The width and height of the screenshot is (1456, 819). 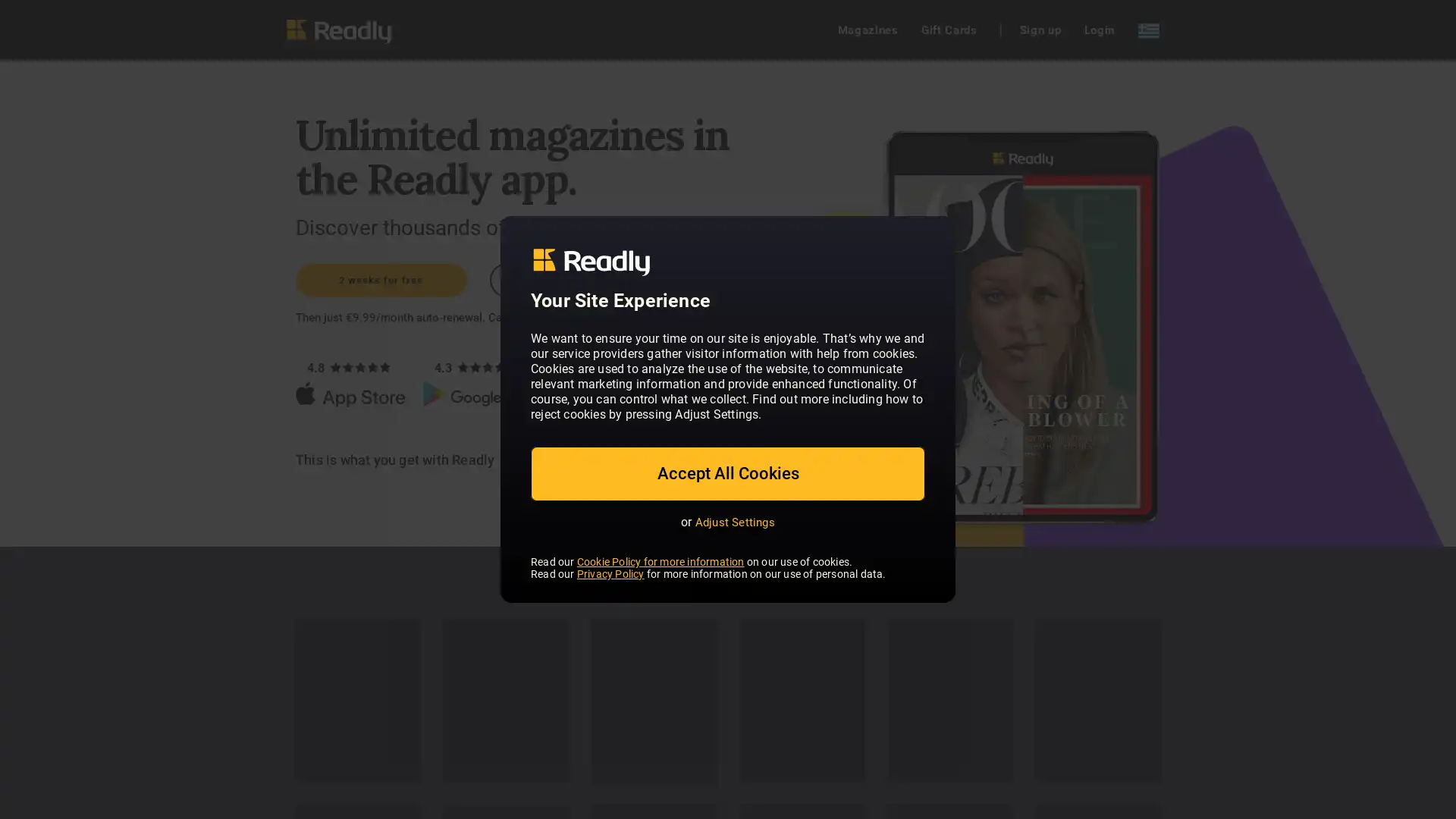 What do you see at coordinates (728, 472) in the screenshot?
I see `Accept All Cookies` at bounding box center [728, 472].